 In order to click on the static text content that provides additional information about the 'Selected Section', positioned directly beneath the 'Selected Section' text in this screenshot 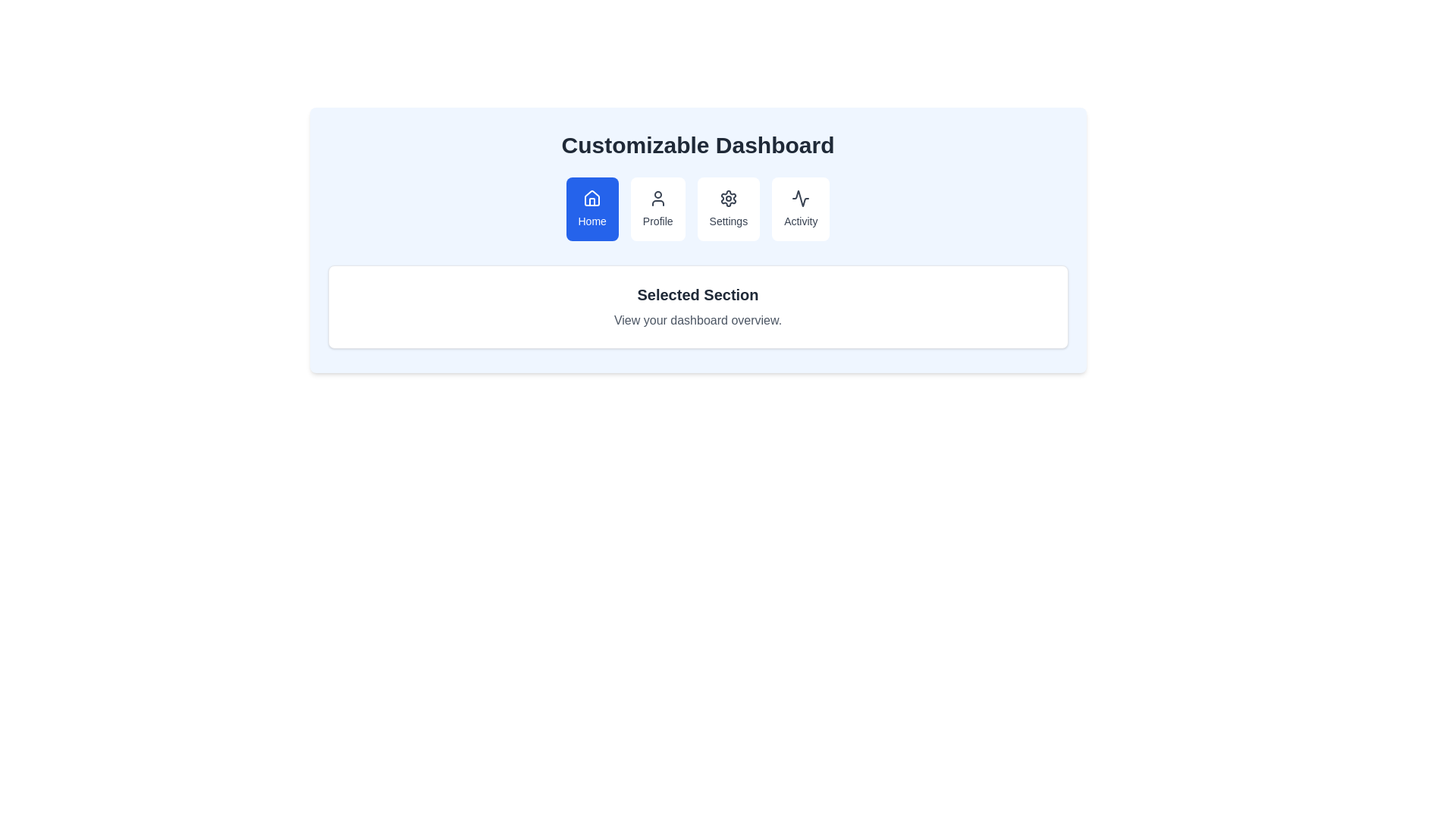, I will do `click(697, 320)`.